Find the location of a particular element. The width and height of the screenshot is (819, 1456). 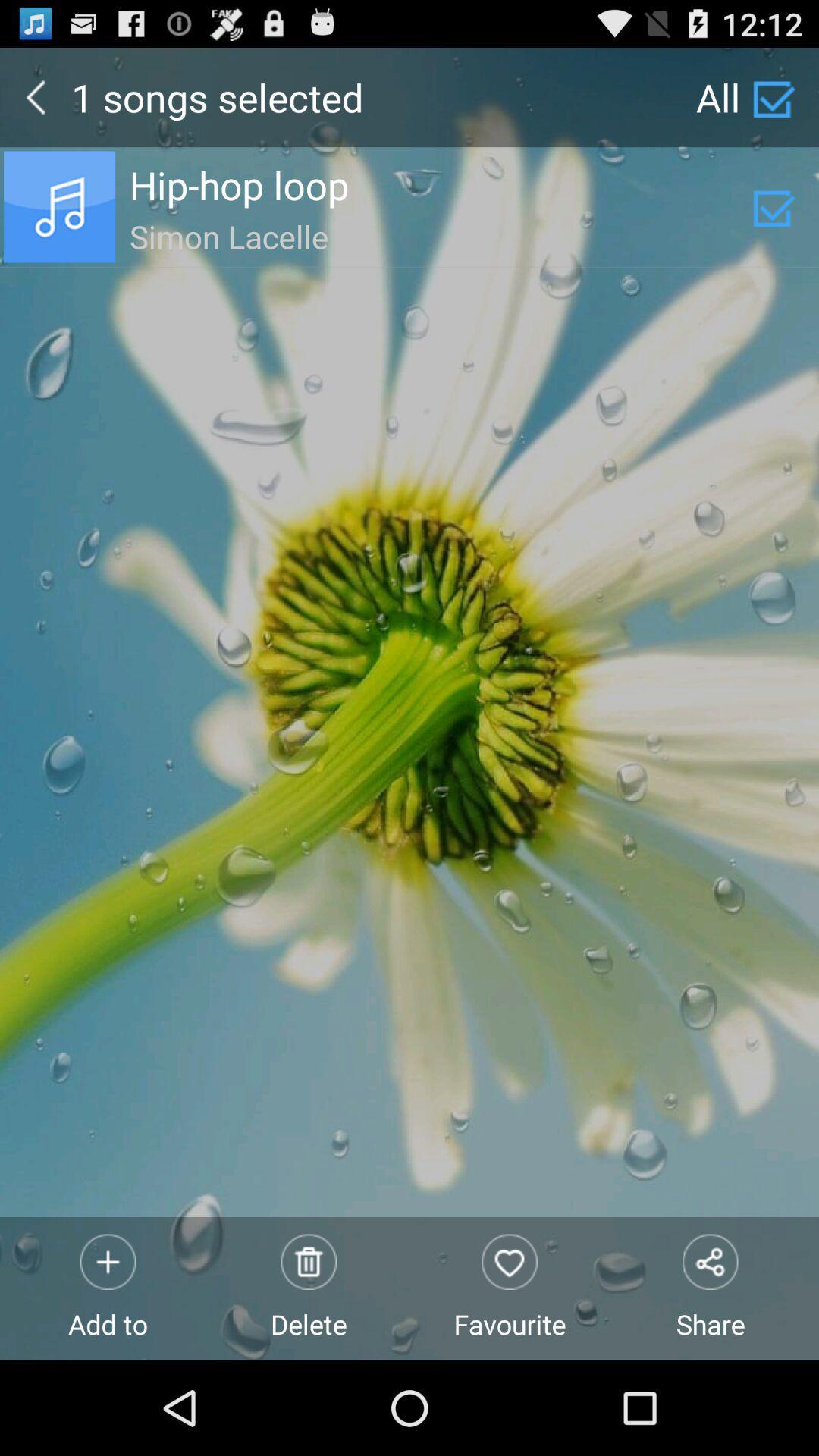

the delete app is located at coordinates (308, 1288).